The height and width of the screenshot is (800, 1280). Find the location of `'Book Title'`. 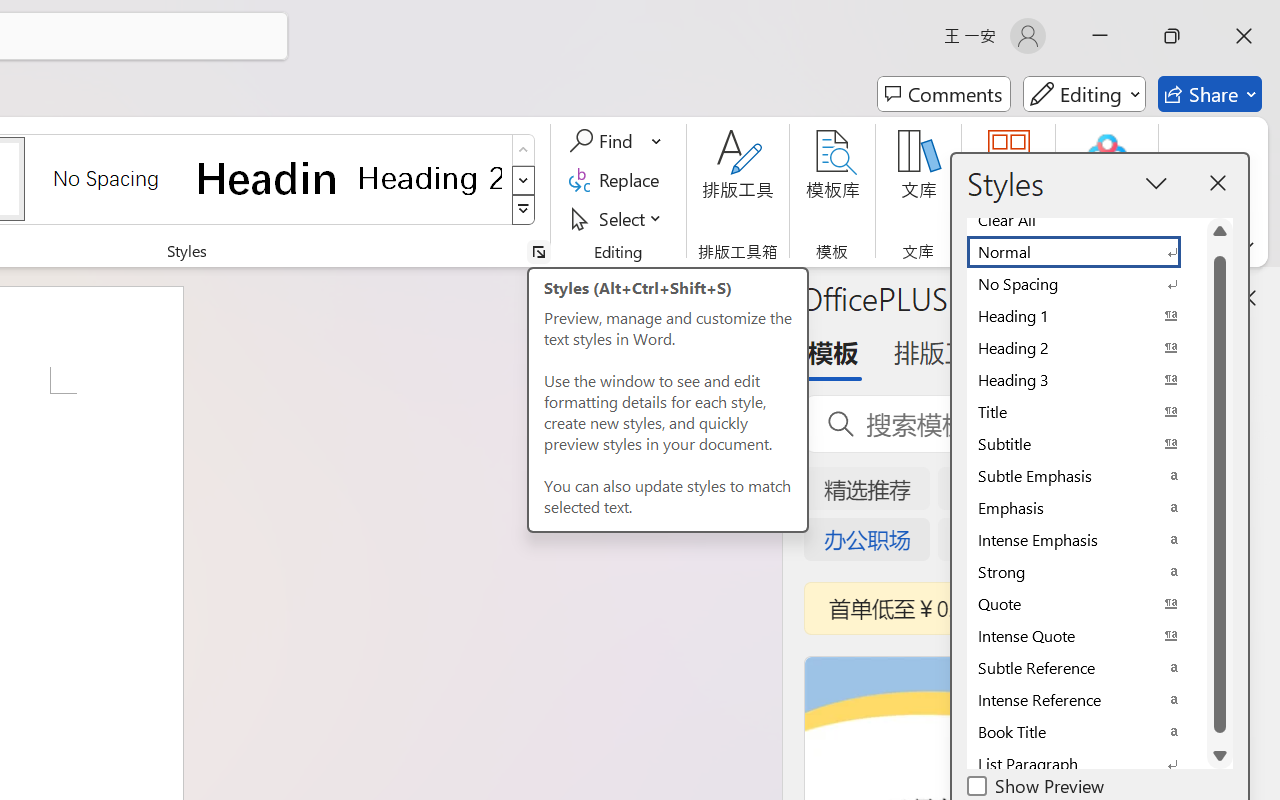

'Book Title' is located at coordinates (1085, 731).